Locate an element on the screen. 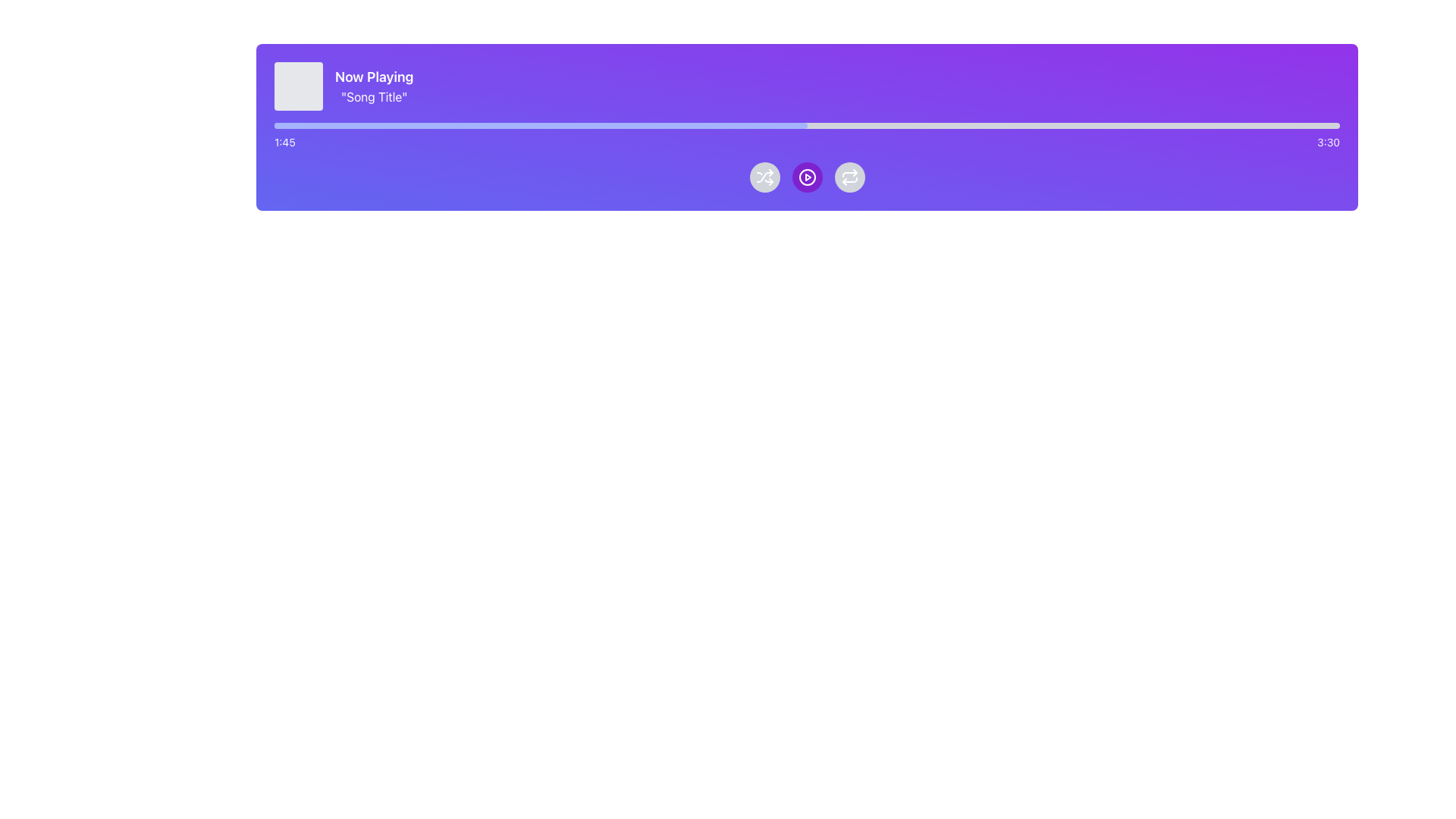 Image resolution: width=1456 pixels, height=819 pixels. the Static Text displaying the title of the currently playing song, which is centrally aligned in the 'Now Playing' section is located at coordinates (374, 96).